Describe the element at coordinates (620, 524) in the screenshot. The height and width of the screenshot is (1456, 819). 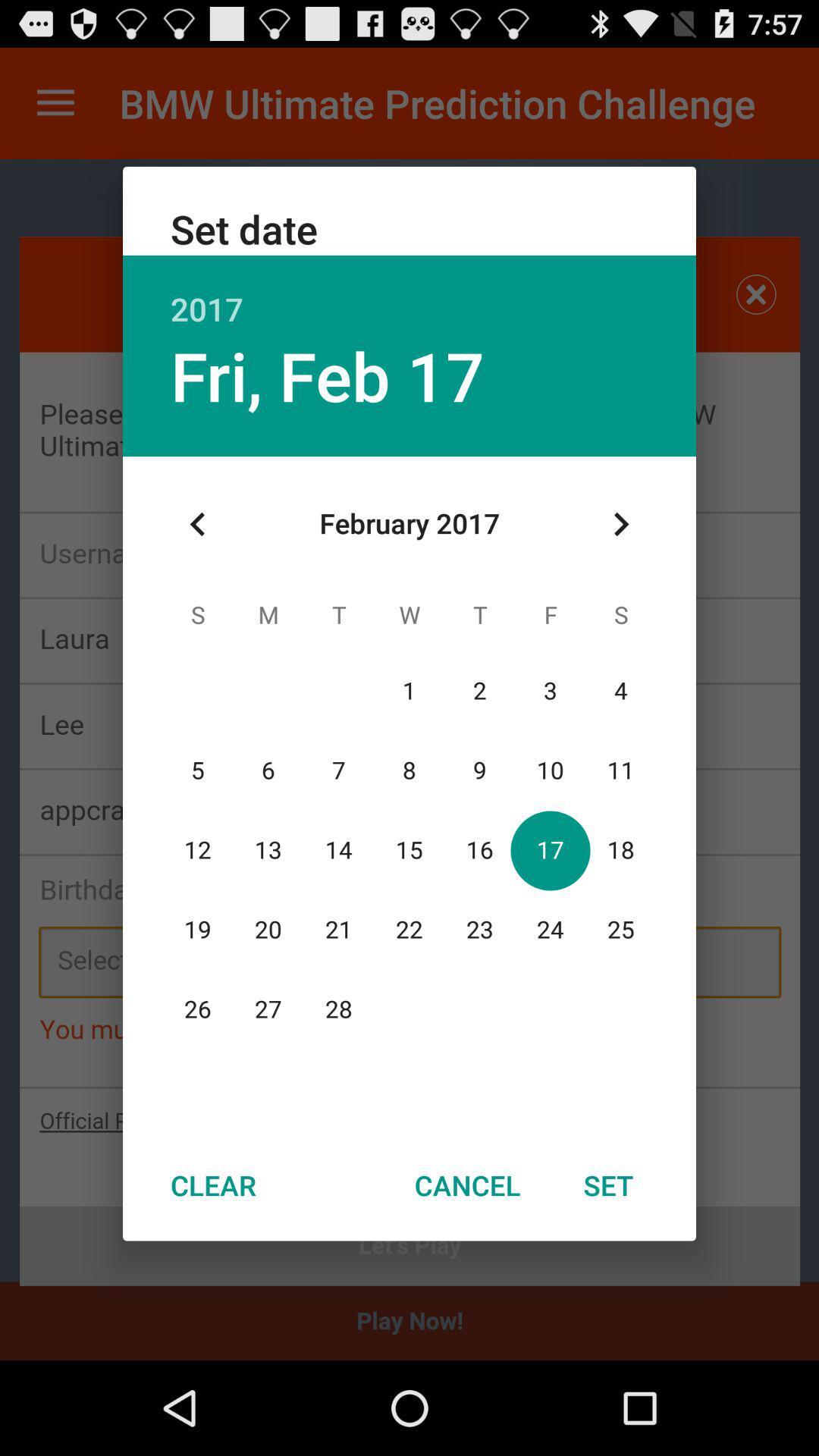
I see `the icon on the right` at that location.